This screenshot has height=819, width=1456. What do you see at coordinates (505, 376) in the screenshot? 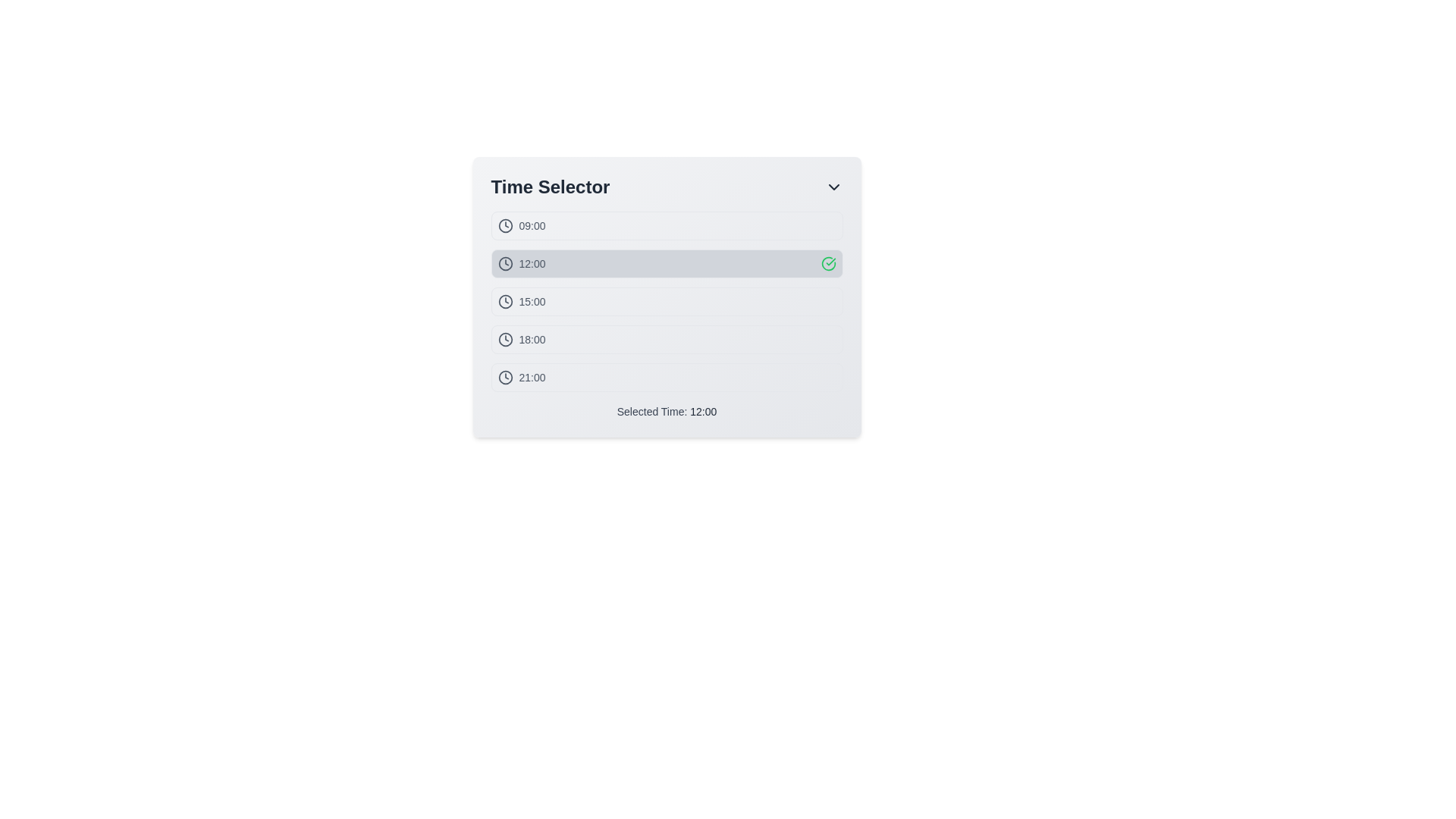
I see `the graphical part of the clock icon representing the '21:00' time option, which is located in the lower section of the list beneath the '18:00' time option` at bounding box center [505, 376].